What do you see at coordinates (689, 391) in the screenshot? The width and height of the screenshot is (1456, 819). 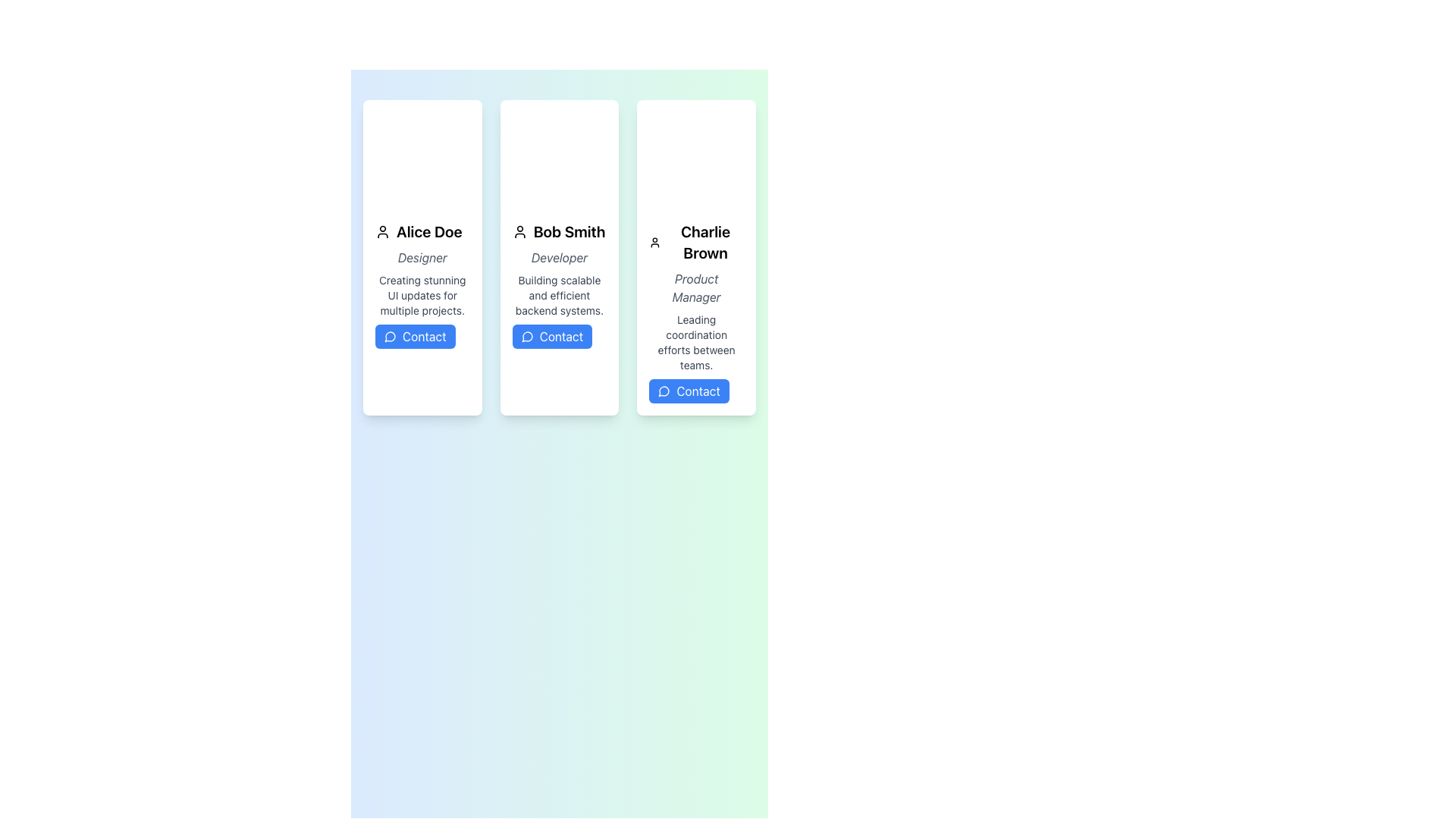 I see `the contact button for Charlie Brown located at the bottom of his profile card to trigger visual feedback` at bounding box center [689, 391].